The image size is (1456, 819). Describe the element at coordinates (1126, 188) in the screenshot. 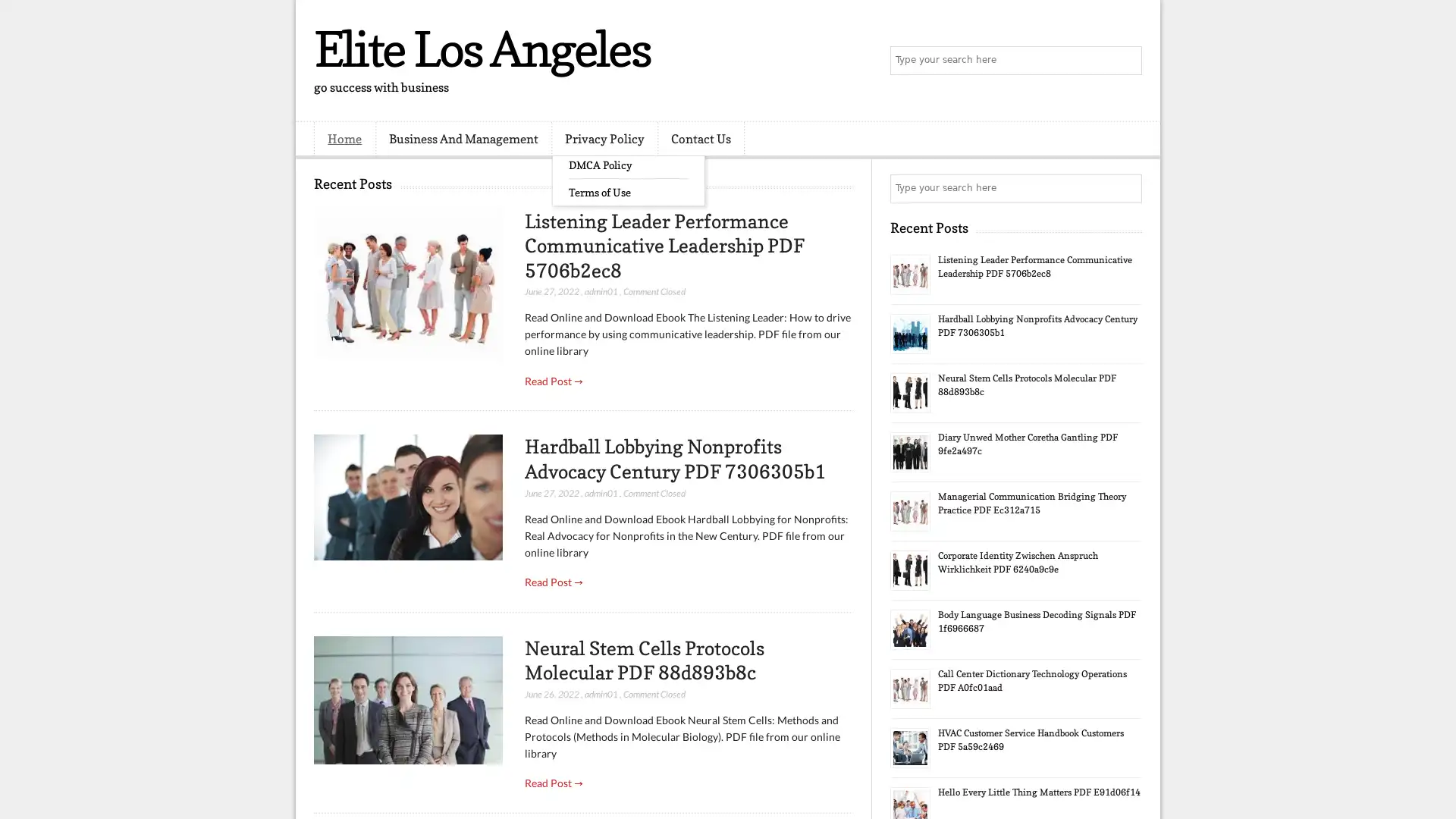

I see `Search` at that location.